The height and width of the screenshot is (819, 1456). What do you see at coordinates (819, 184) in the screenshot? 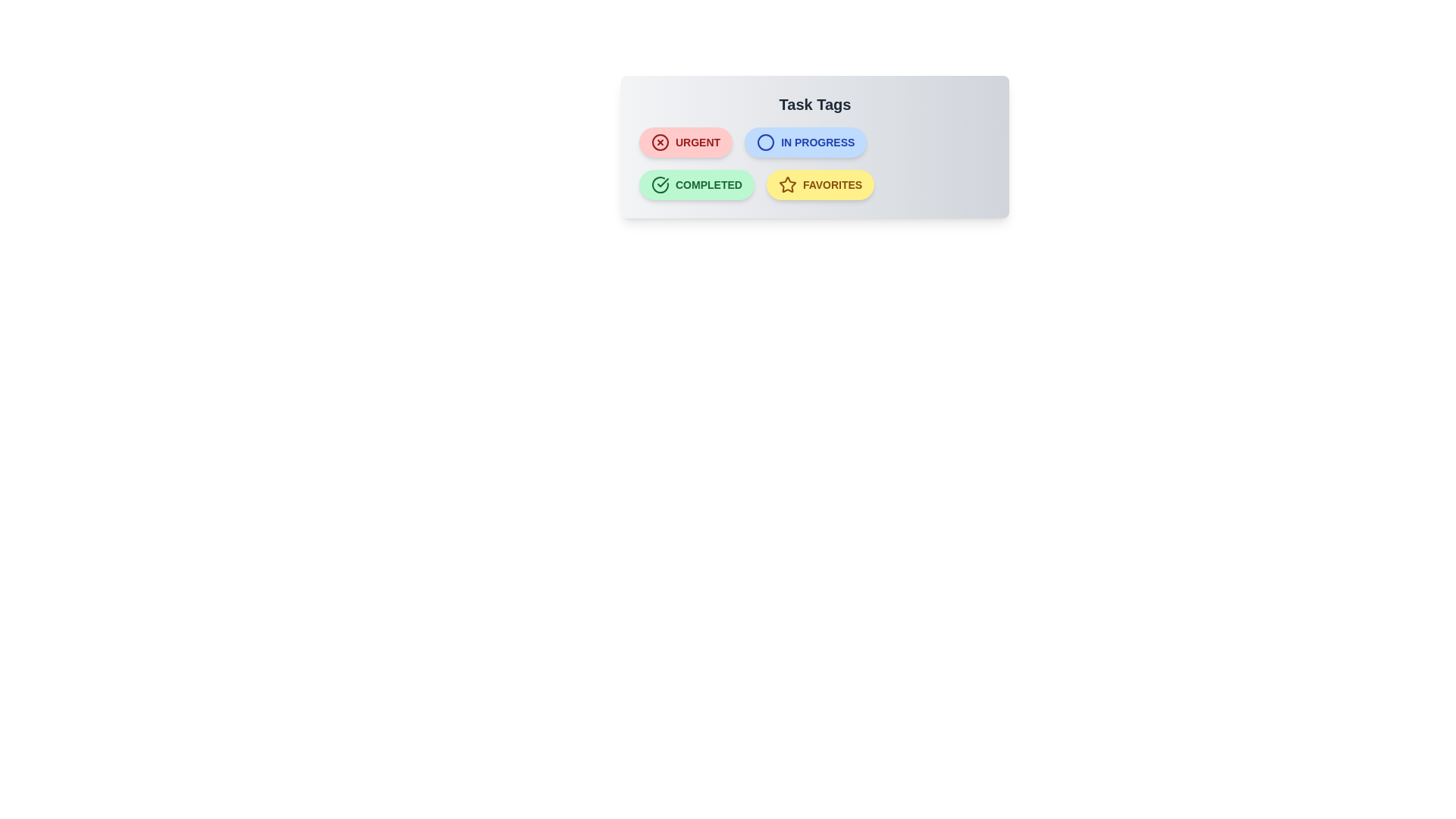
I see `the tag Favorites` at bounding box center [819, 184].